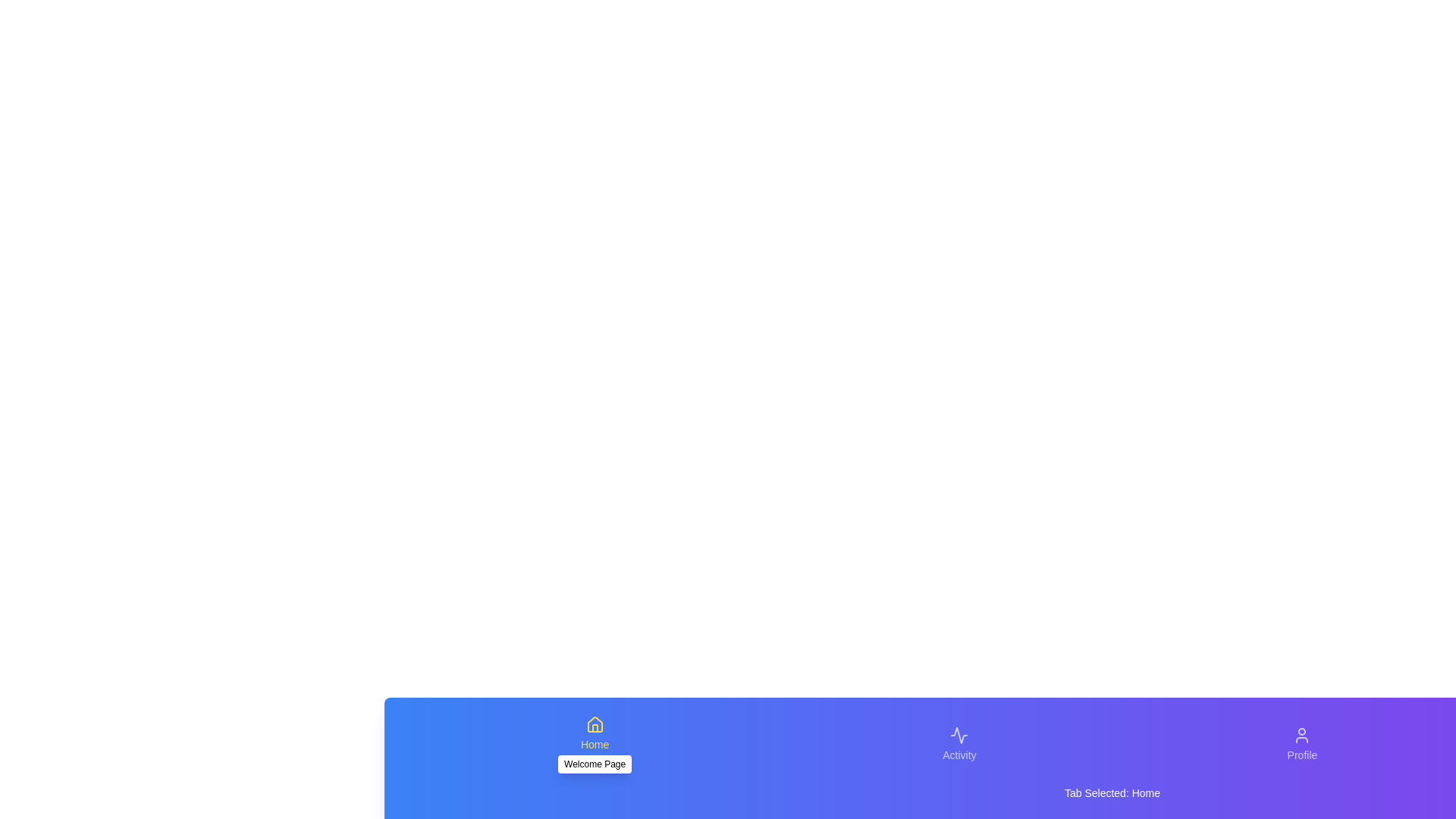 The height and width of the screenshot is (819, 1456). What do you see at coordinates (1301, 744) in the screenshot?
I see `the tab labeled Profile to view its description` at bounding box center [1301, 744].